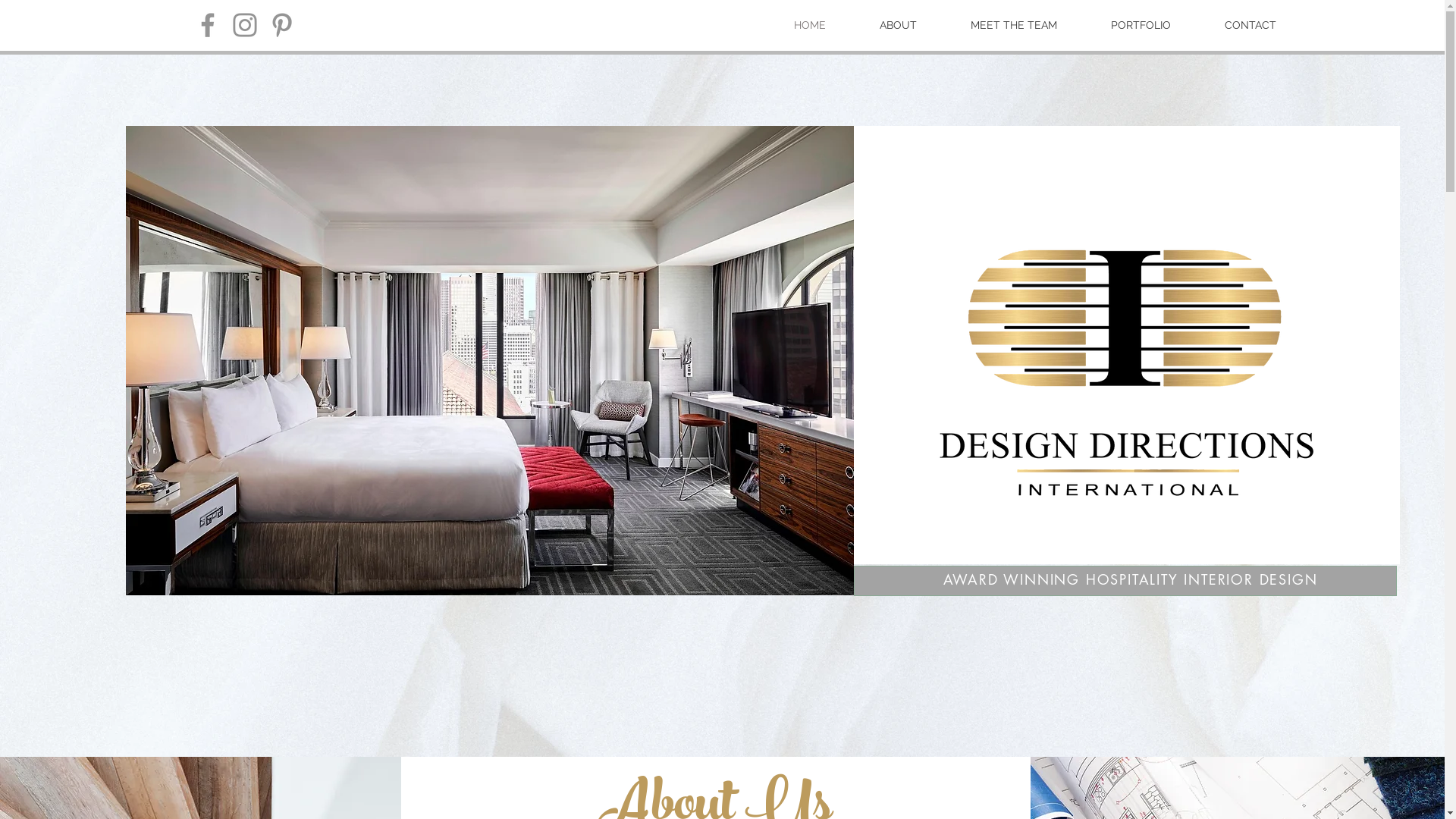 The height and width of the screenshot is (819, 1456). Describe the element at coordinates (1013, 25) in the screenshot. I see `'MEET THE TEAM'` at that location.